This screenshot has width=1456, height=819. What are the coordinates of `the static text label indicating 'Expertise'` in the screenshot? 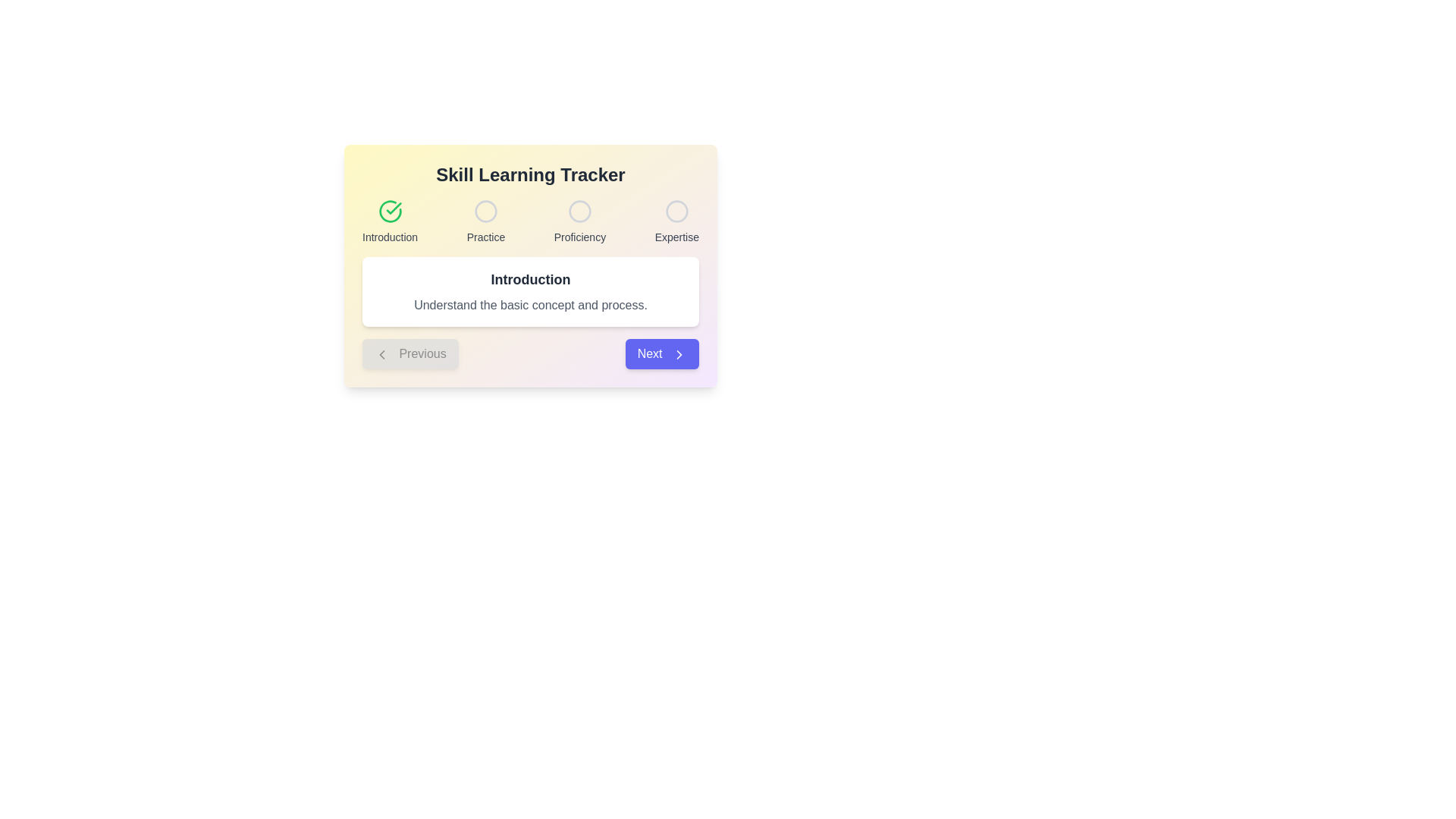 It's located at (676, 237).